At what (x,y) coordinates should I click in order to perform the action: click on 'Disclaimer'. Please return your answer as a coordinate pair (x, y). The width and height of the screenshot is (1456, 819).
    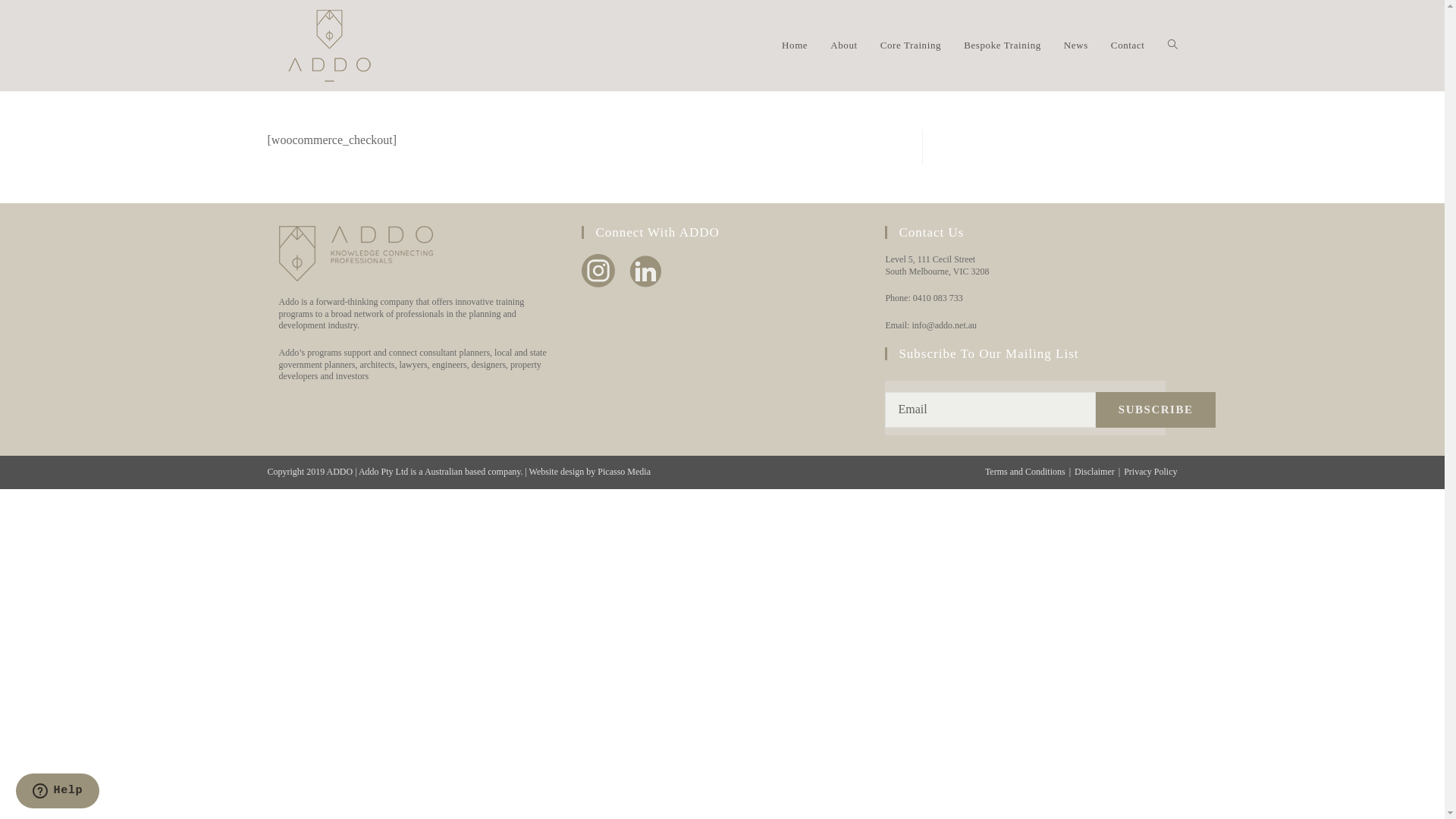
    Looking at the image, I should click on (1073, 470).